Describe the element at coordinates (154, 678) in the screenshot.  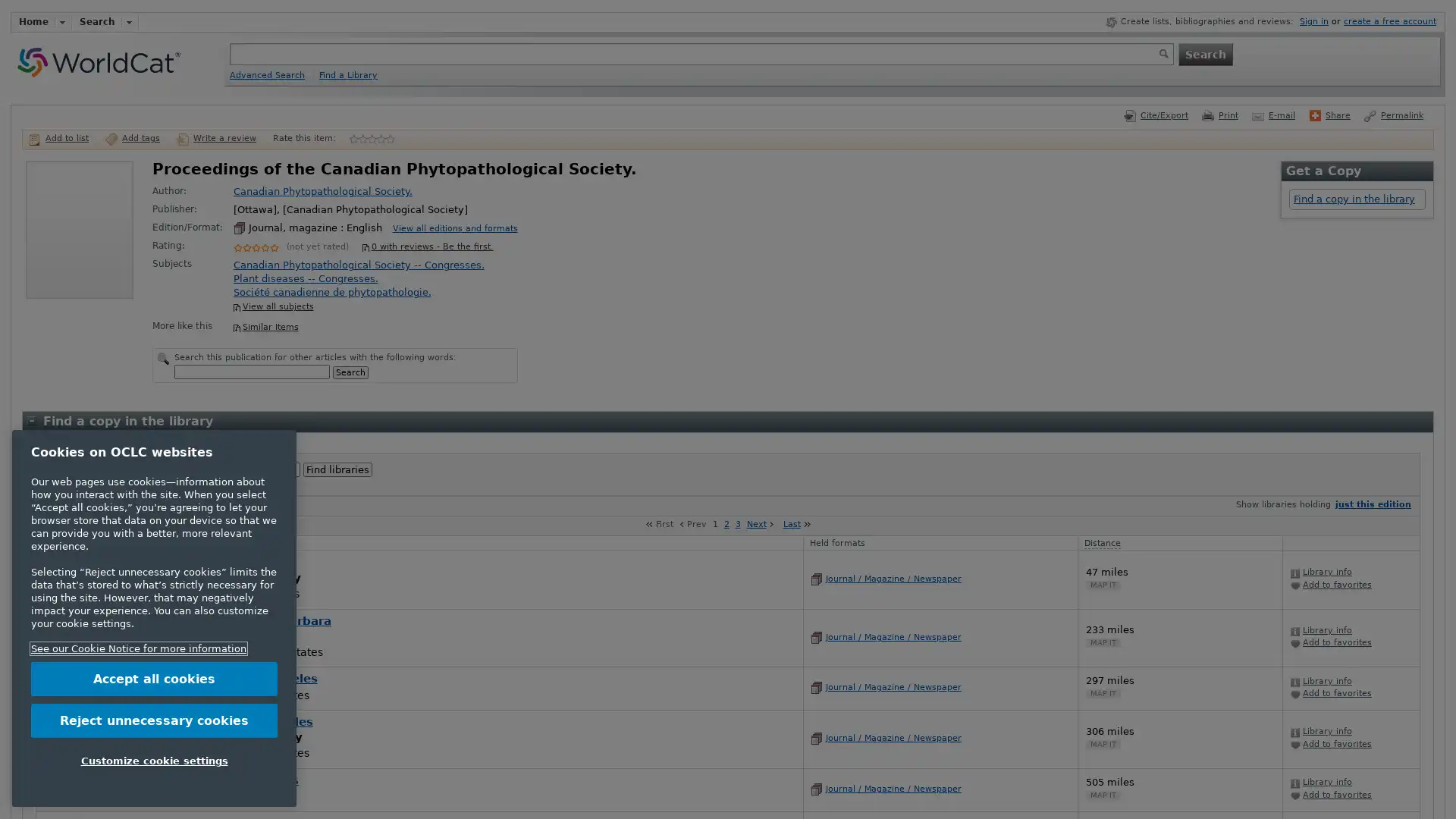
I see `Accept all cookies` at that location.